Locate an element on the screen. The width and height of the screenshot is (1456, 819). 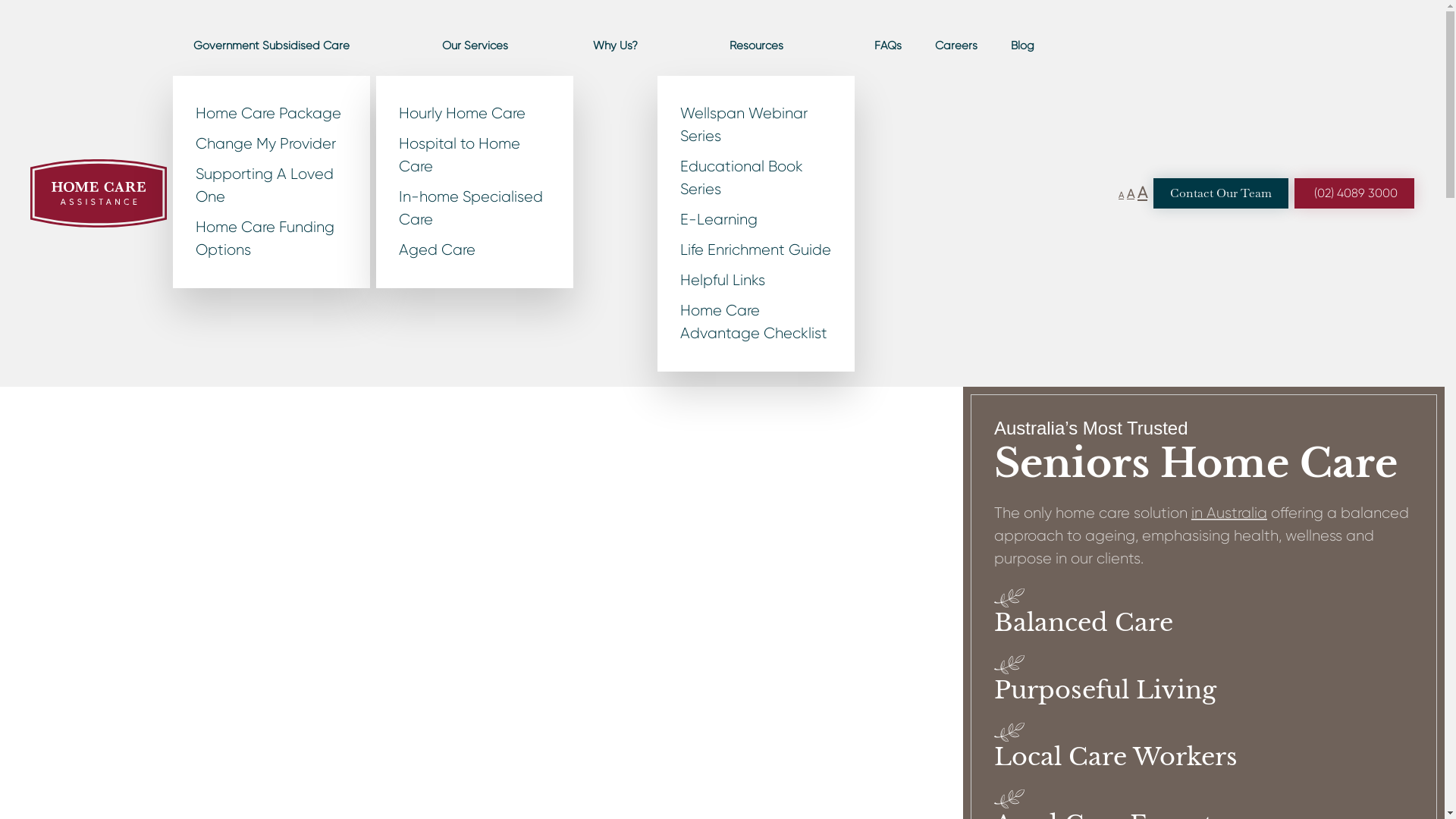
'Educational Book Series' is located at coordinates (756, 177).